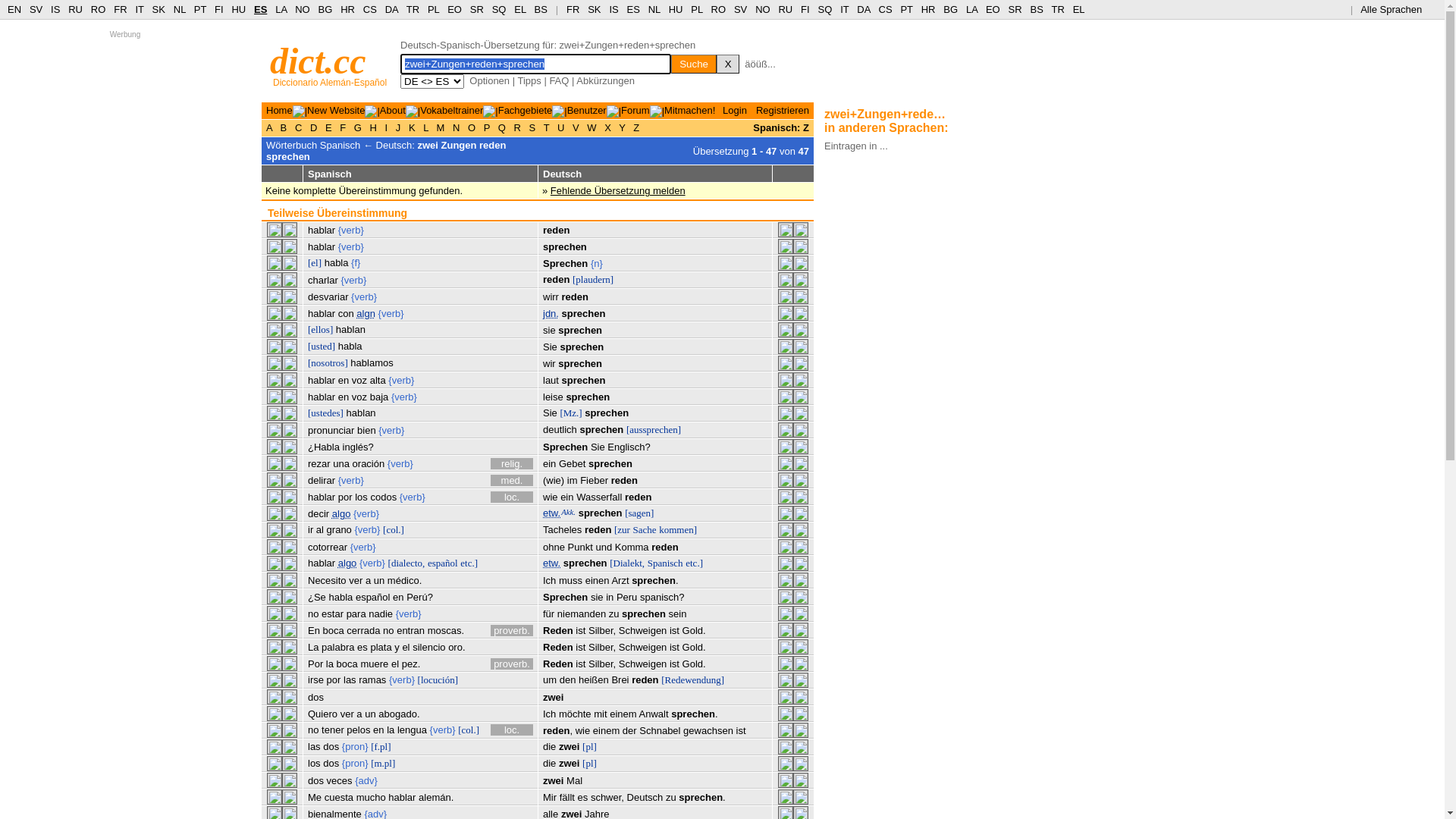  Describe the element at coordinates (393, 596) in the screenshot. I see `'en'` at that location.